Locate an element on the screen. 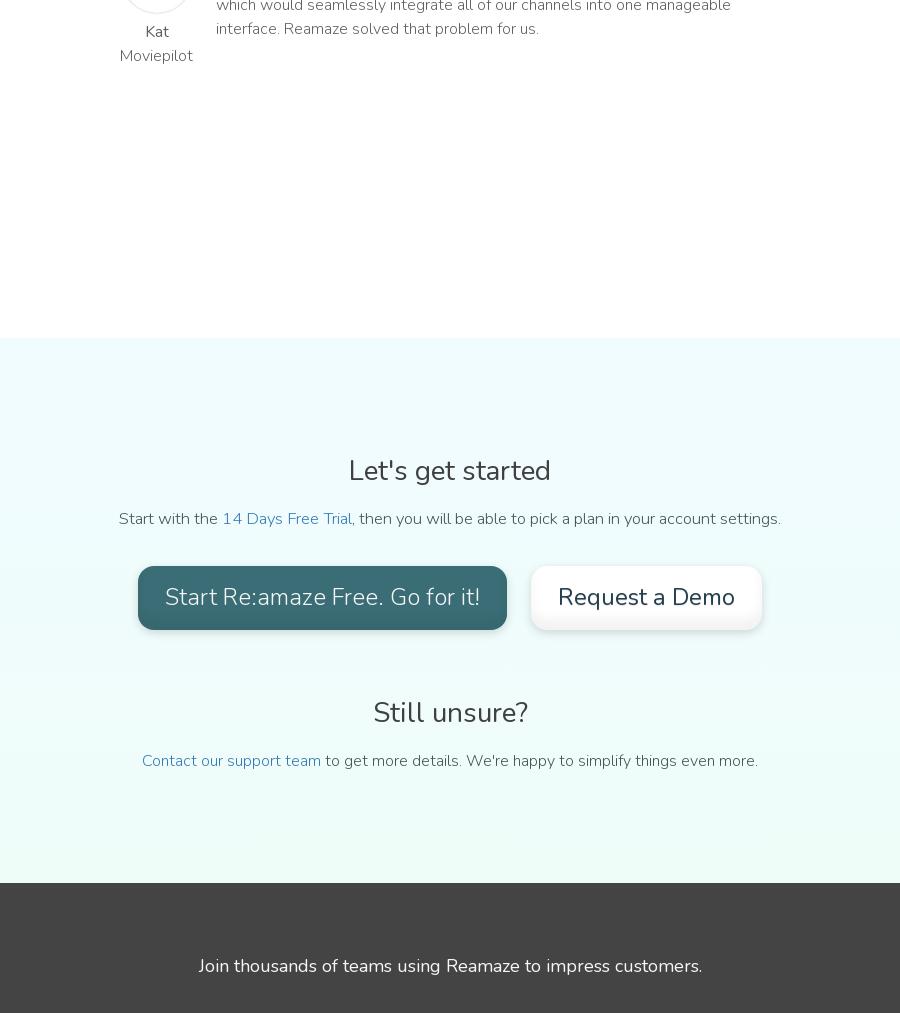 This screenshot has width=900, height=1013. 'Join thousands of teams using Reamaze to impress customers.' is located at coordinates (449, 964).